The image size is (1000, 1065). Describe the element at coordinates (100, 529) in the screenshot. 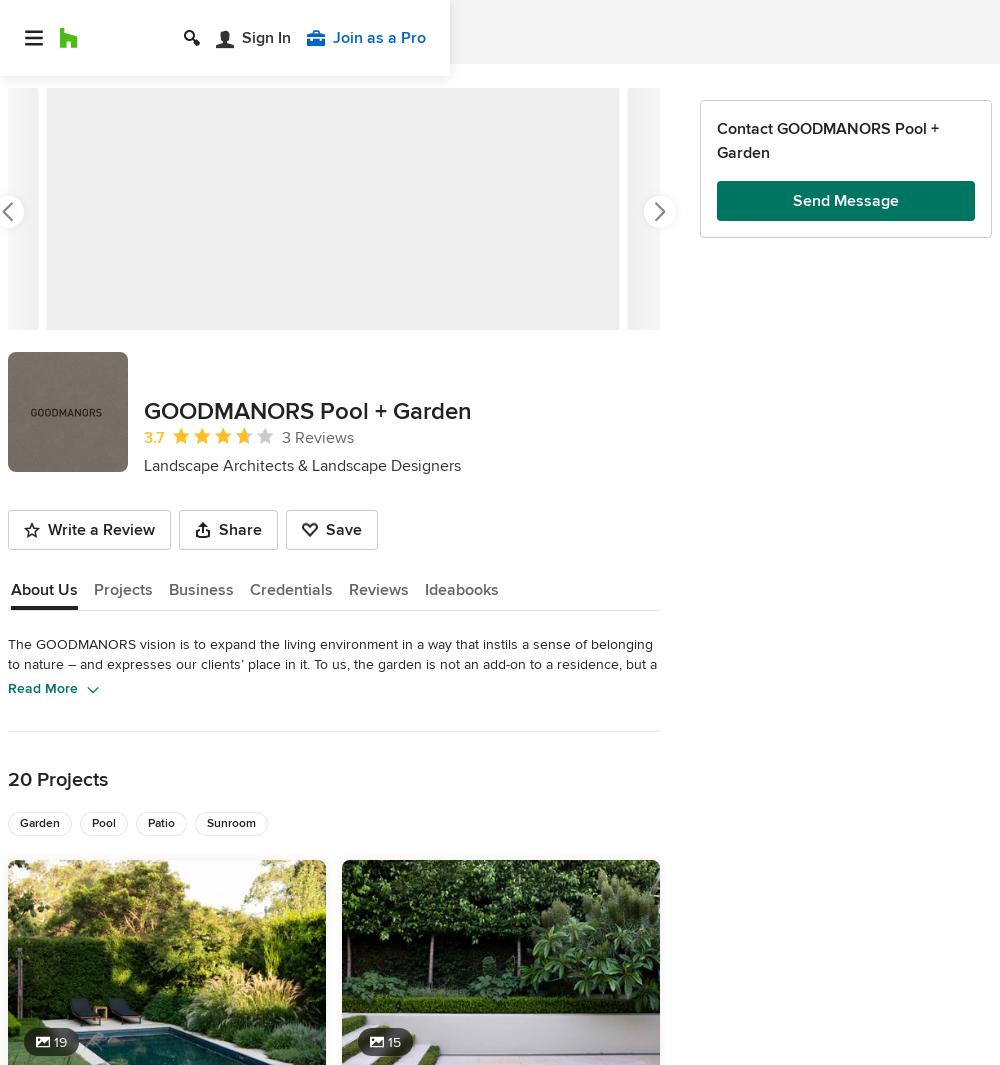

I see `'Write a Review'` at that location.